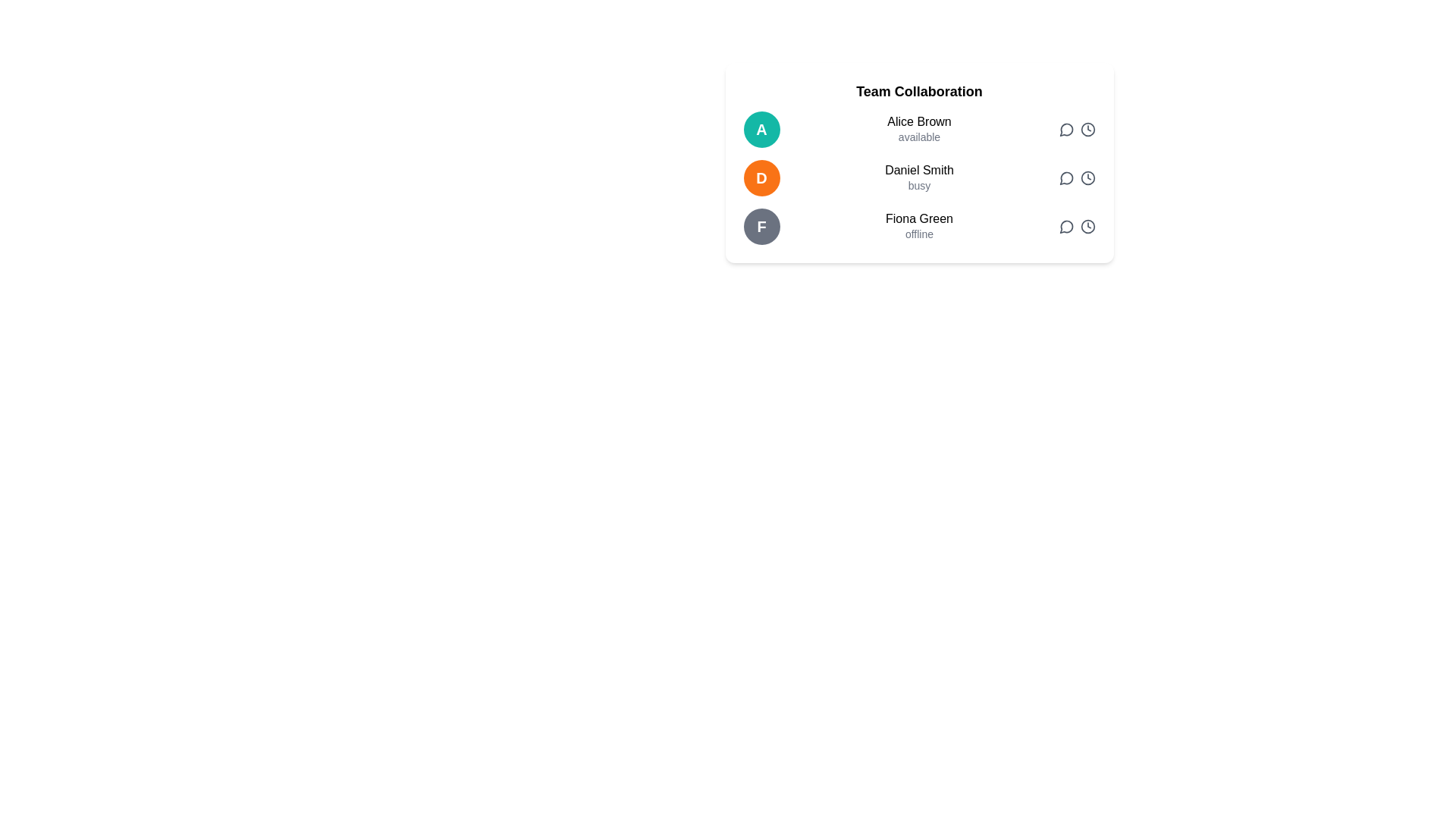  What do you see at coordinates (918, 121) in the screenshot?
I see `the Text Label displaying 'Alice Brown', which serves as the main identifier in the 'Team Collaboration' section, located above the subtext 'available'` at bounding box center [918, 121].